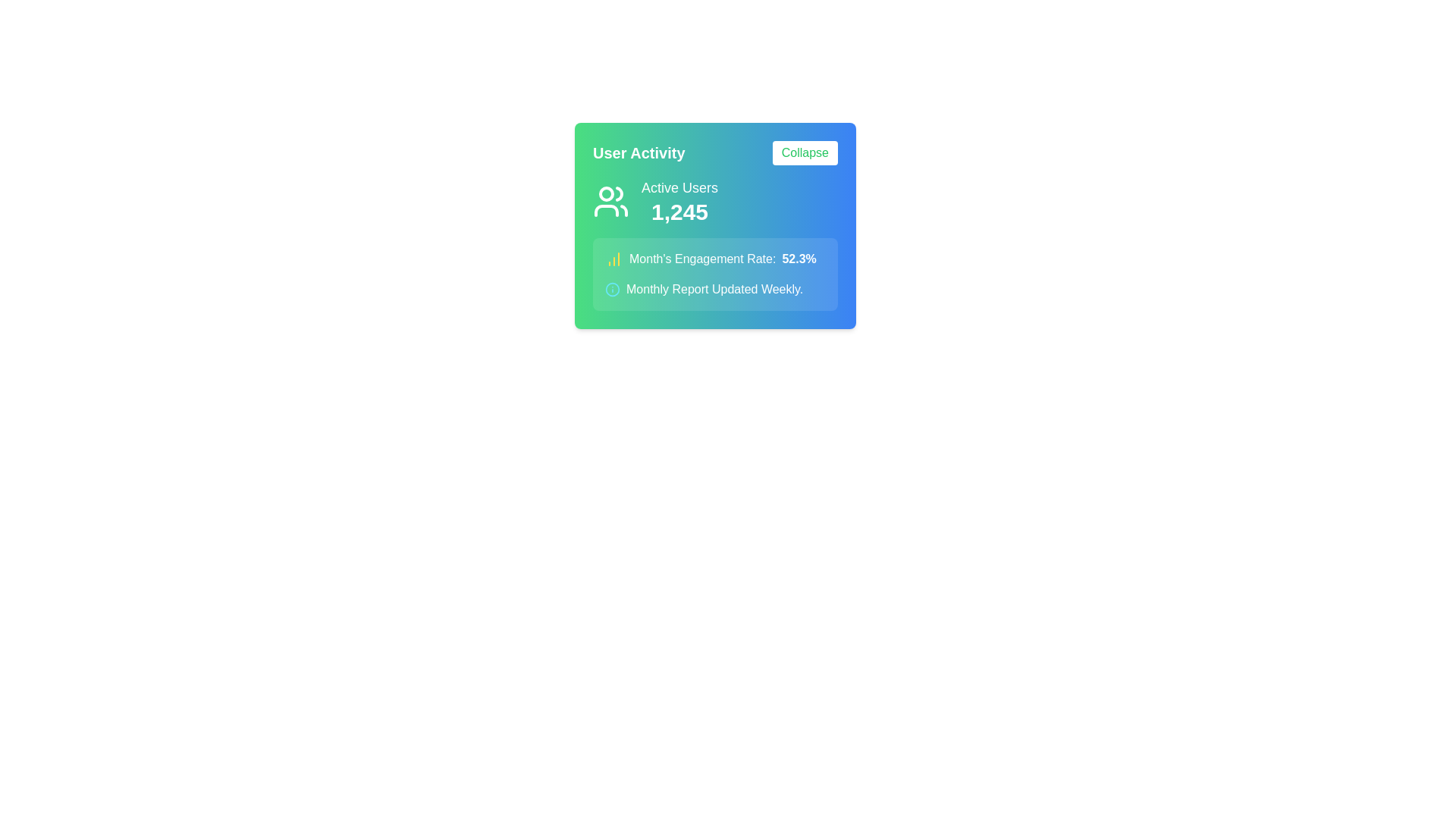  Describe the element at coordinates (679, 187) in the screenshot. I see `the 'Active Users' text label displayed in white color against a gradient background in the User Activity section, which is positioned above the number '1,245'` at that location.